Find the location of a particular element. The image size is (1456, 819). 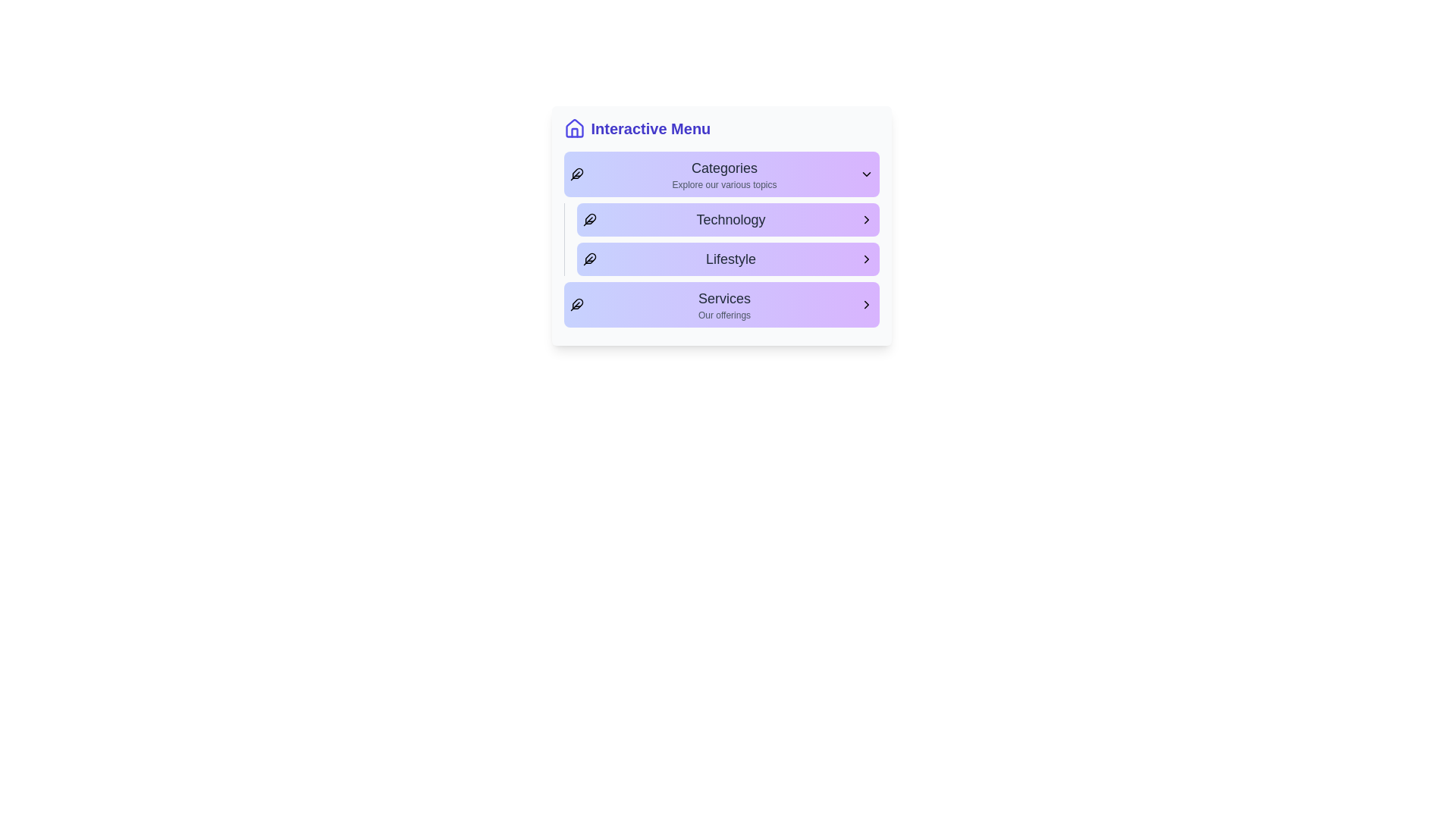

the decorative feather-like icon located to the left of the 'Technology' label in the vertical menu is located at coordinates (589, 218).